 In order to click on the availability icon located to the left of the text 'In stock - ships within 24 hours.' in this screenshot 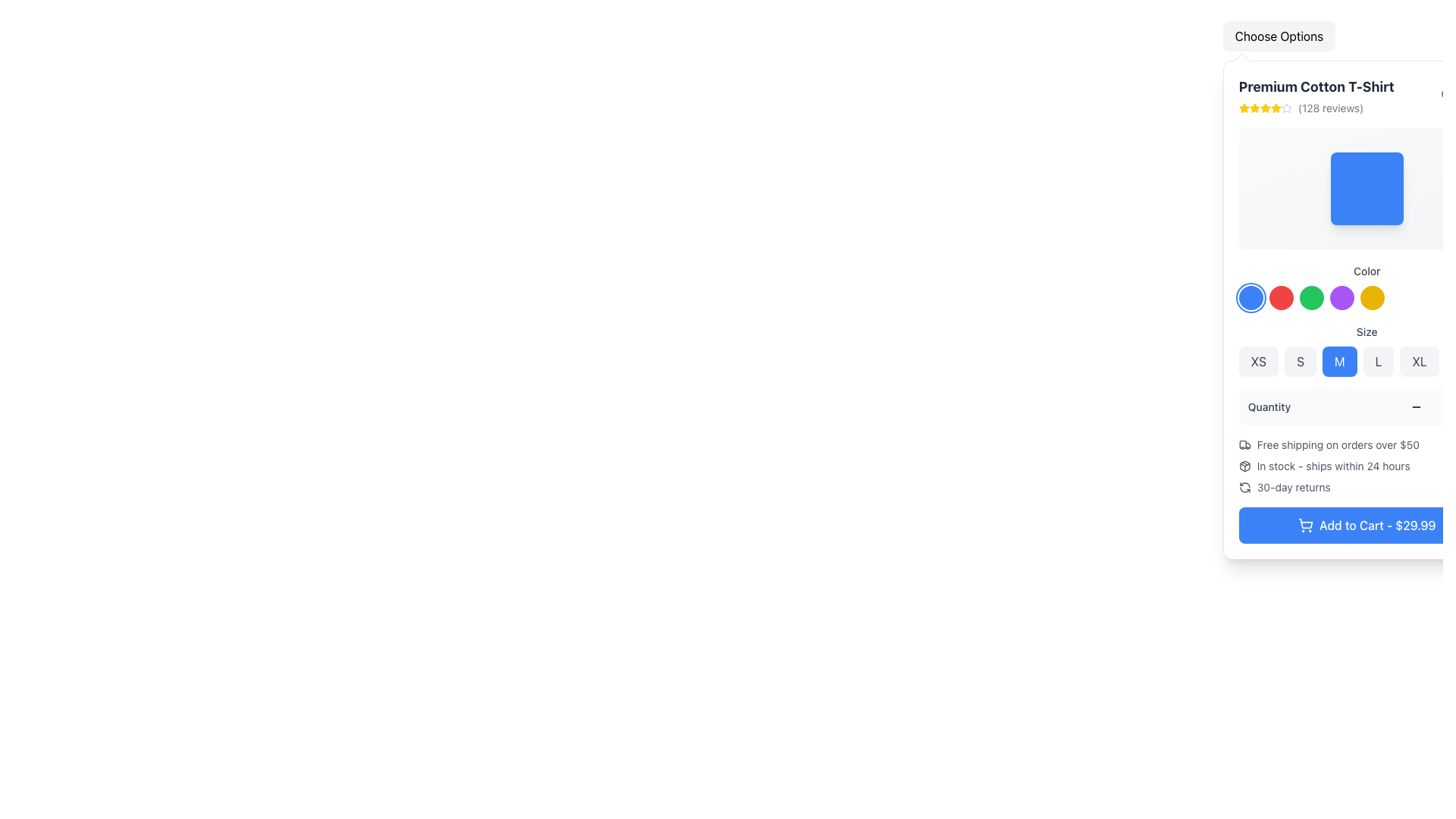, I will do `click(1244, 465)`.